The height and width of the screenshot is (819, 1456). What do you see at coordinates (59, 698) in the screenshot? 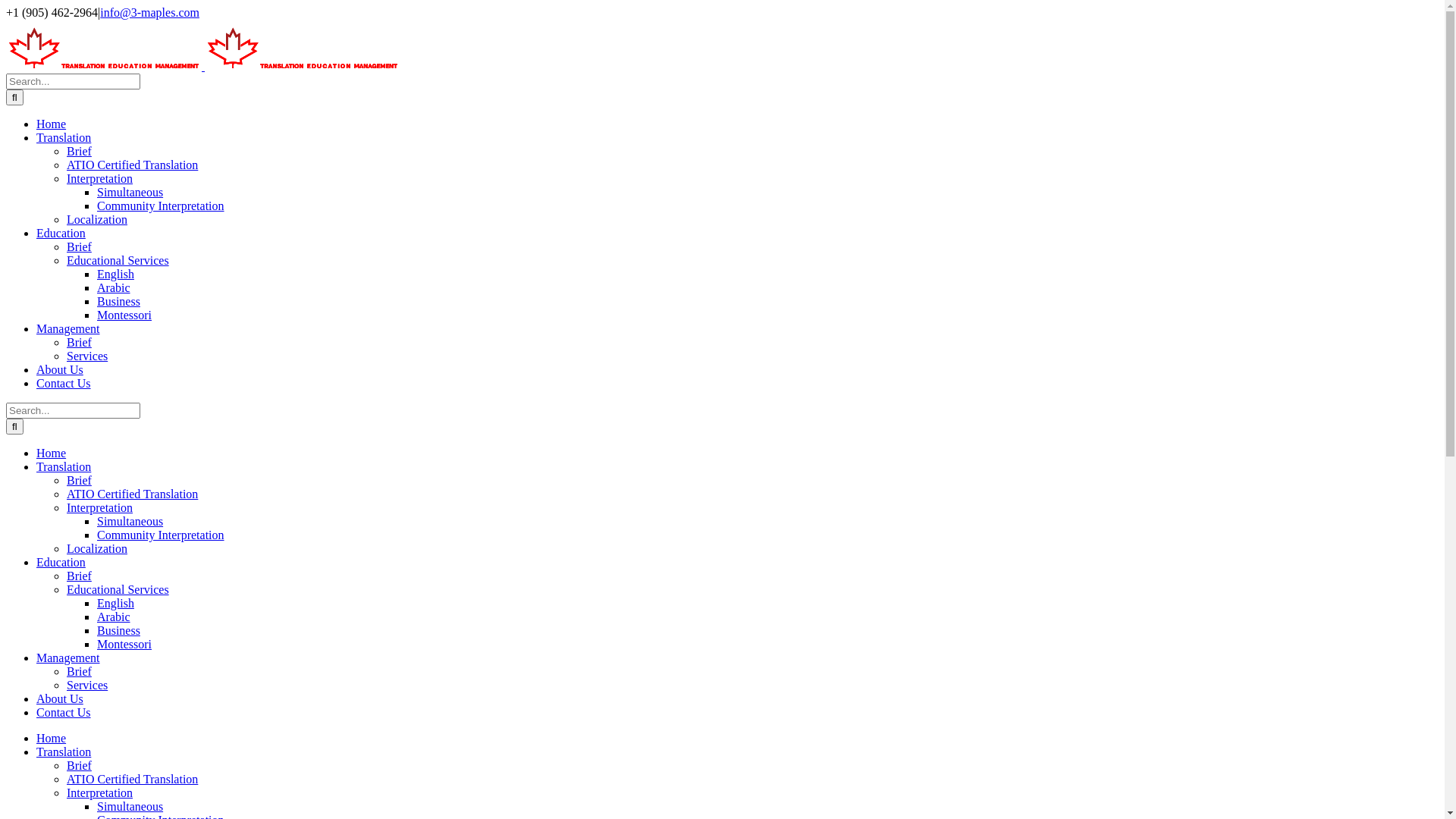
I see `'About Us'` at bounding box center [59, 698].